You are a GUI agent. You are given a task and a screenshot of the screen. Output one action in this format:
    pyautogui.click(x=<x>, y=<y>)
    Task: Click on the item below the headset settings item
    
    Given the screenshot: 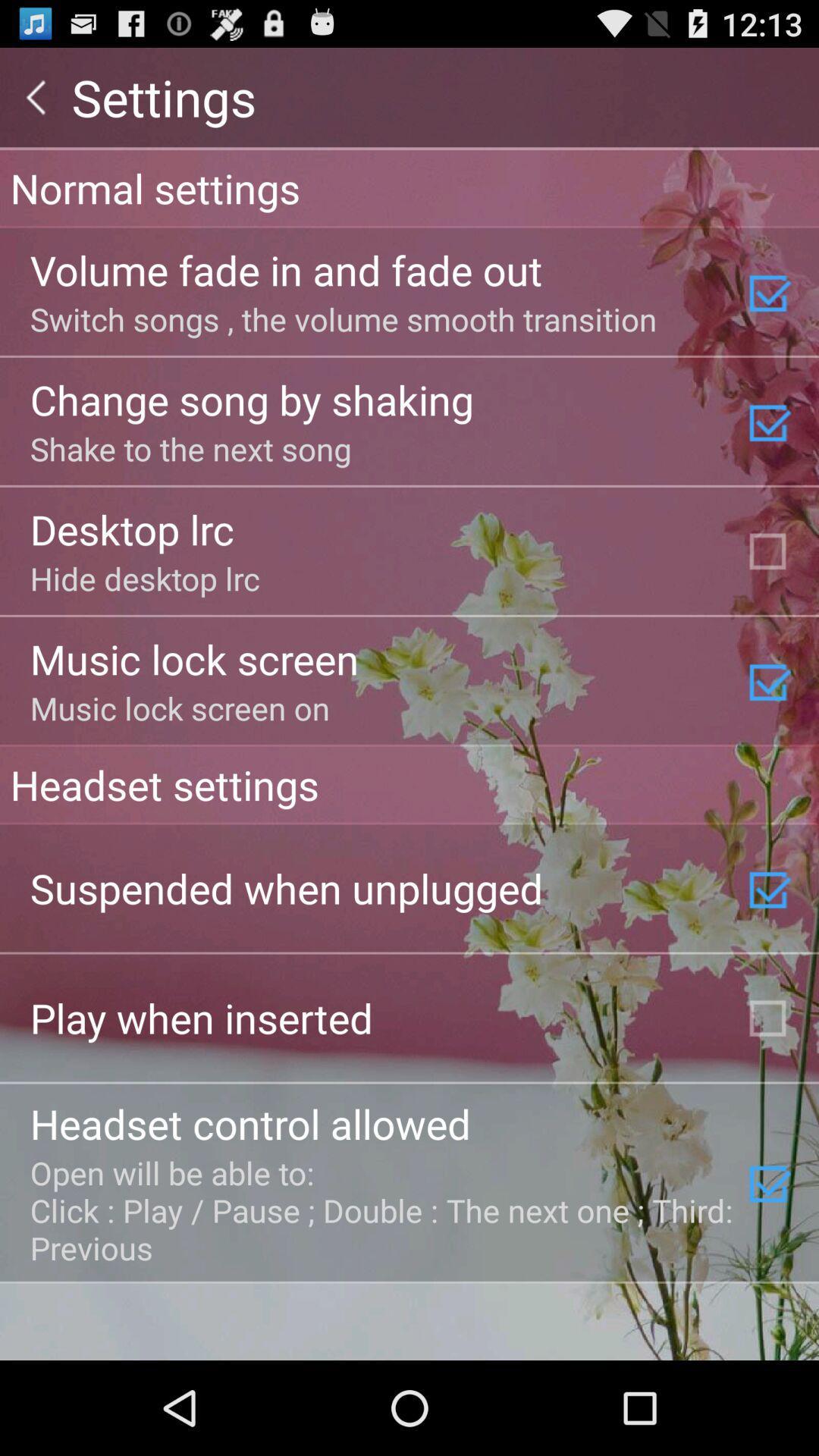 What is the action you would take?
    pyautogui.click(x=287, y=888)
    